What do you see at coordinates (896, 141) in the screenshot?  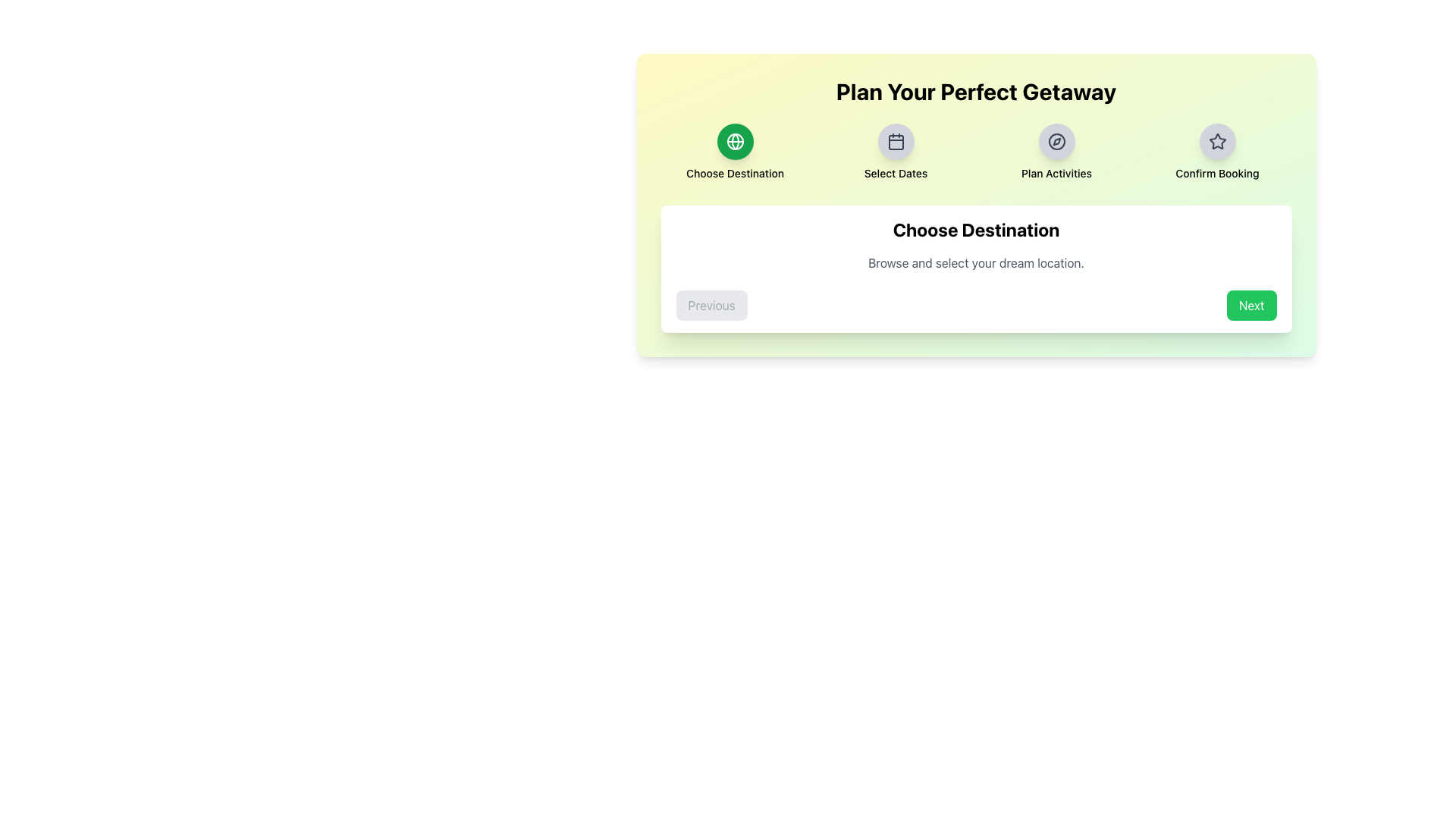 I see `the circular calendar icon located in the 'Select Dates' section, positioned between 'Choose Destination' and 'Plan Activities' icons` at bounding box center [896, 141].